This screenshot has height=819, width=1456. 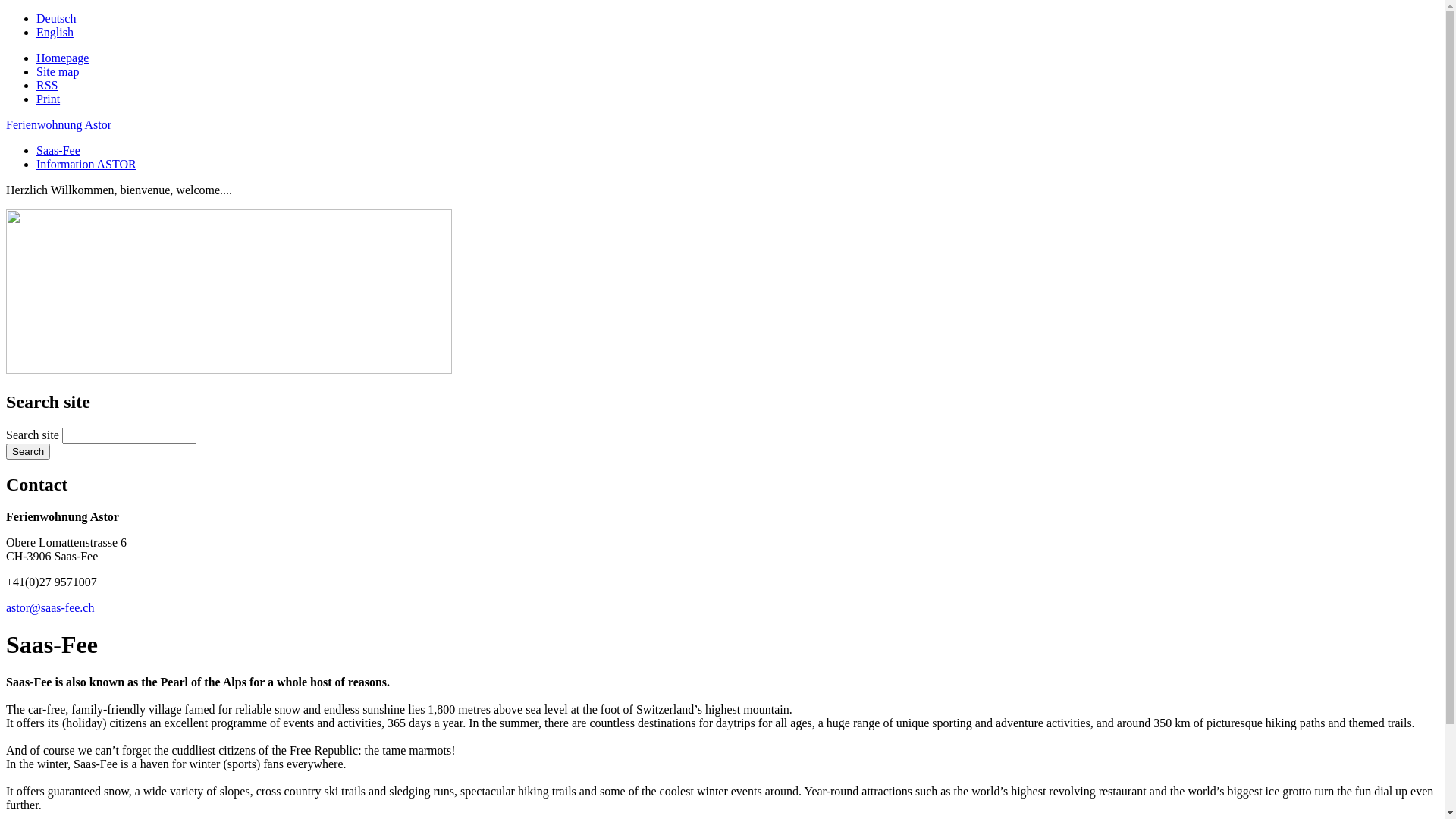 I want to click on 'Information ASTOR', so click(x=86, y=164).